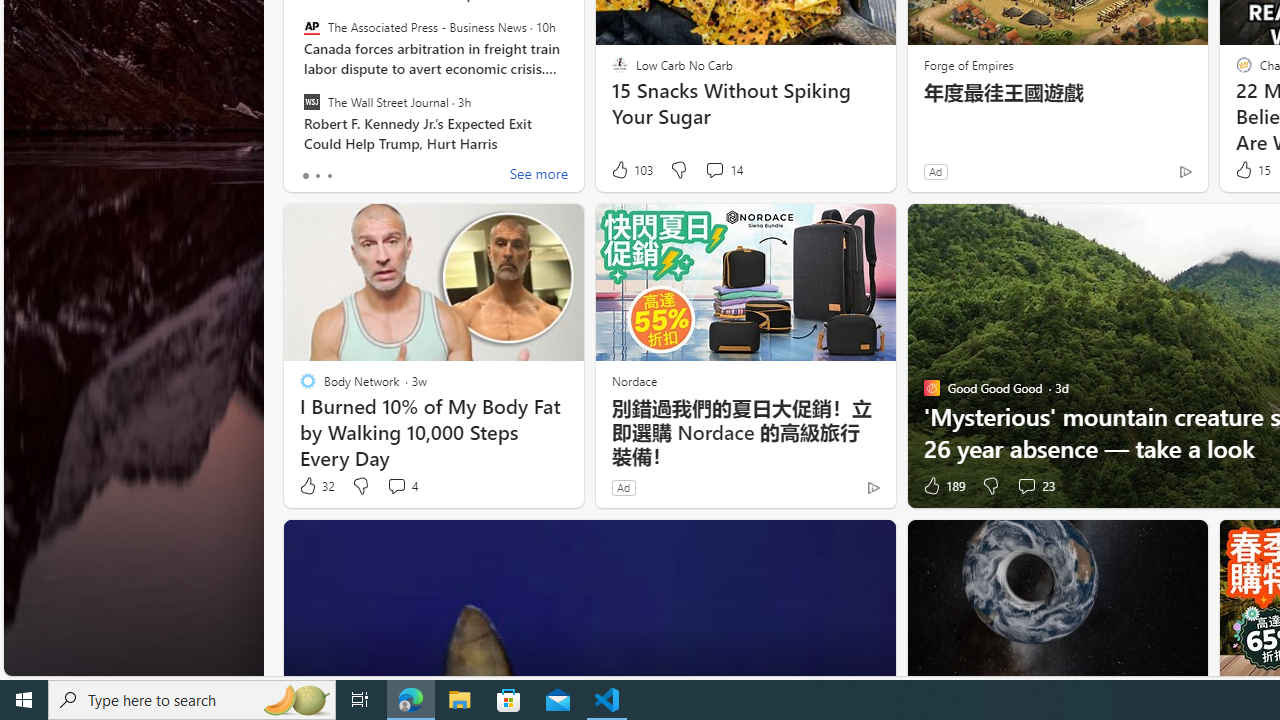 Image resolution: width=1280 pixels, height=720 pixels. Describe the element at coordinates (294, 698) in the screenshot. I see `'Search highlights icon opens search home window'` at that location.